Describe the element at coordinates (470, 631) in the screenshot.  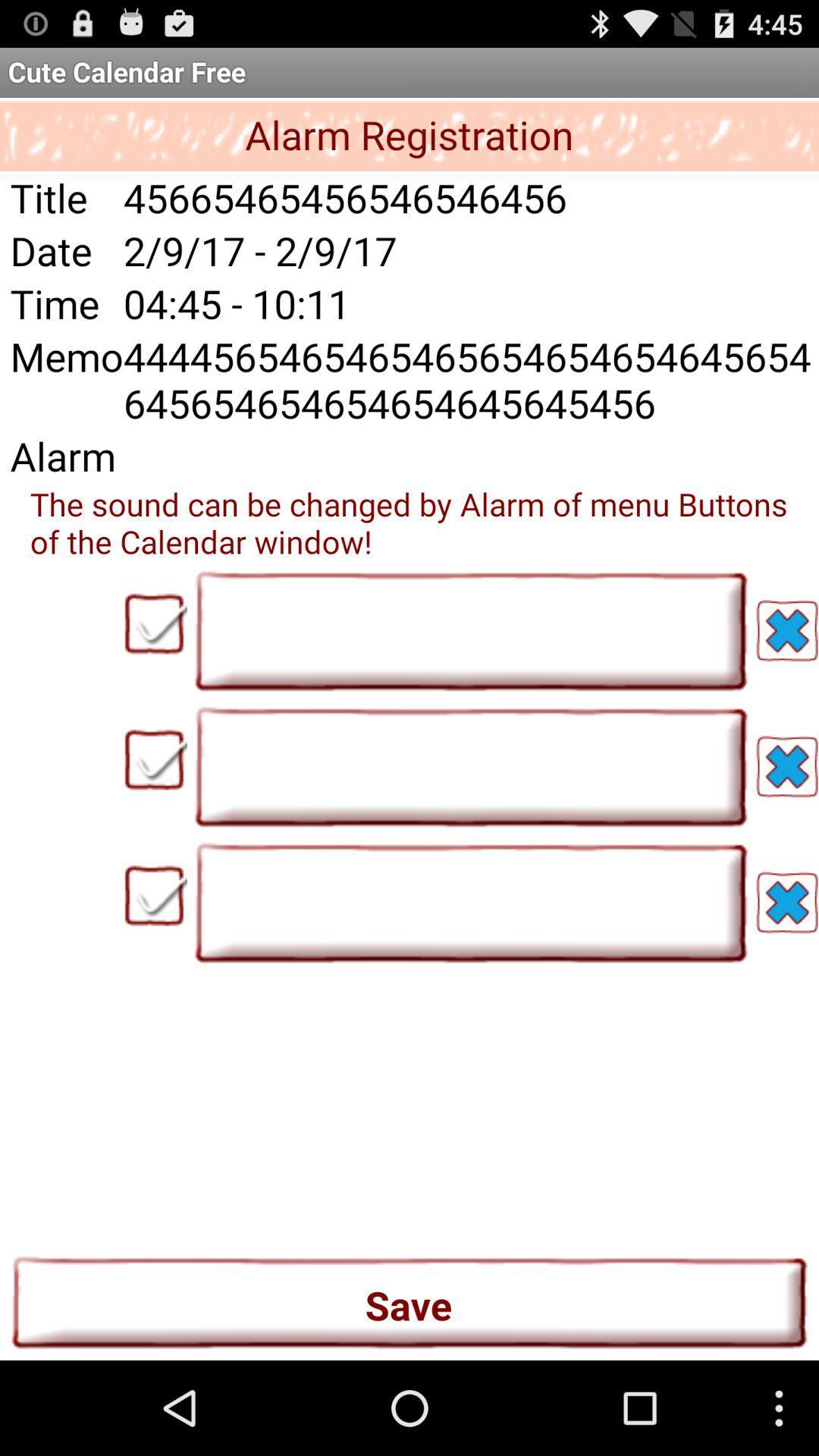
I see `the first text field` at that location.